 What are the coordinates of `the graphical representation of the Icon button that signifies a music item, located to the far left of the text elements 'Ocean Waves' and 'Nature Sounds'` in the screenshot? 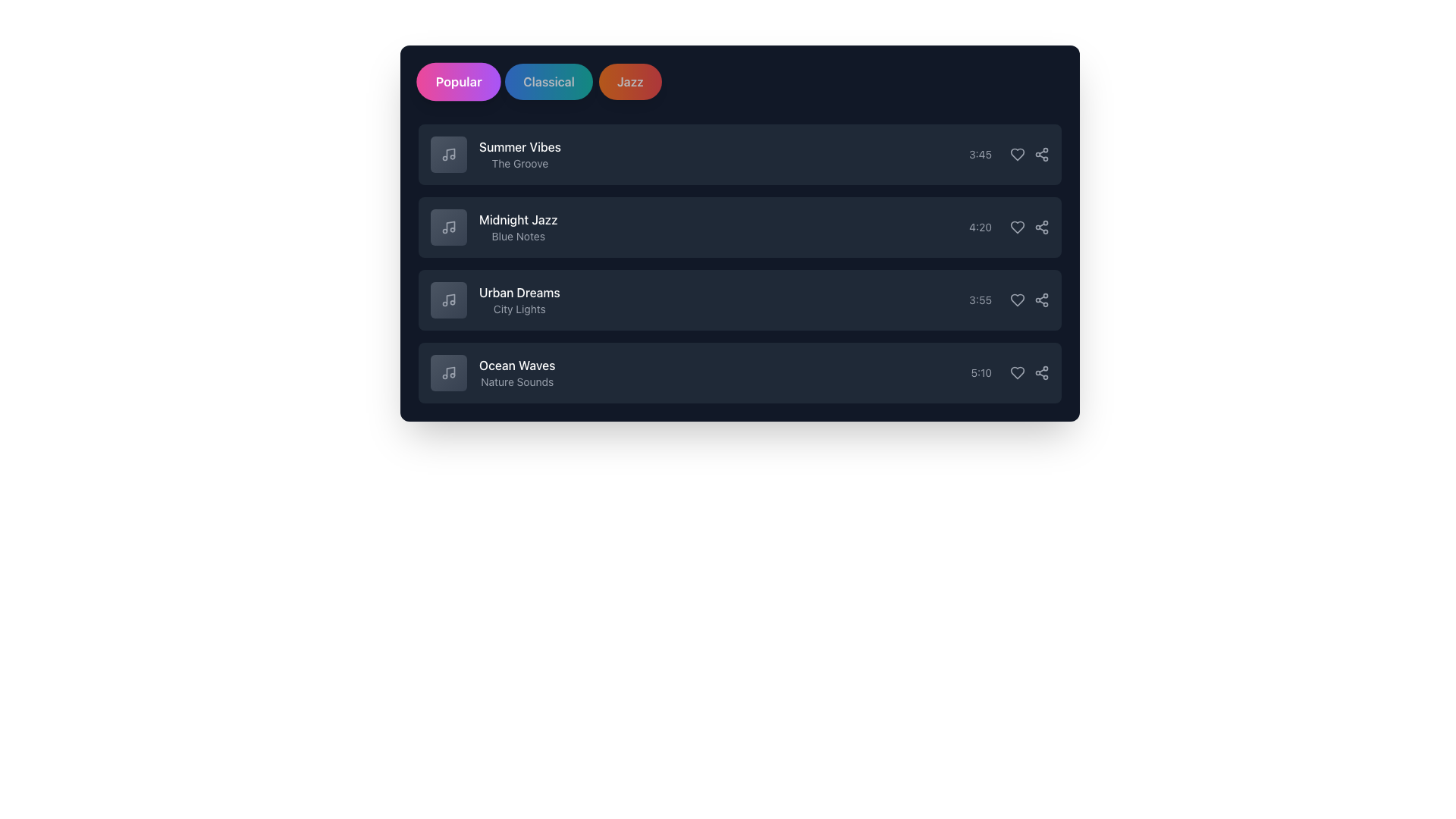 It's located at (447, 373).